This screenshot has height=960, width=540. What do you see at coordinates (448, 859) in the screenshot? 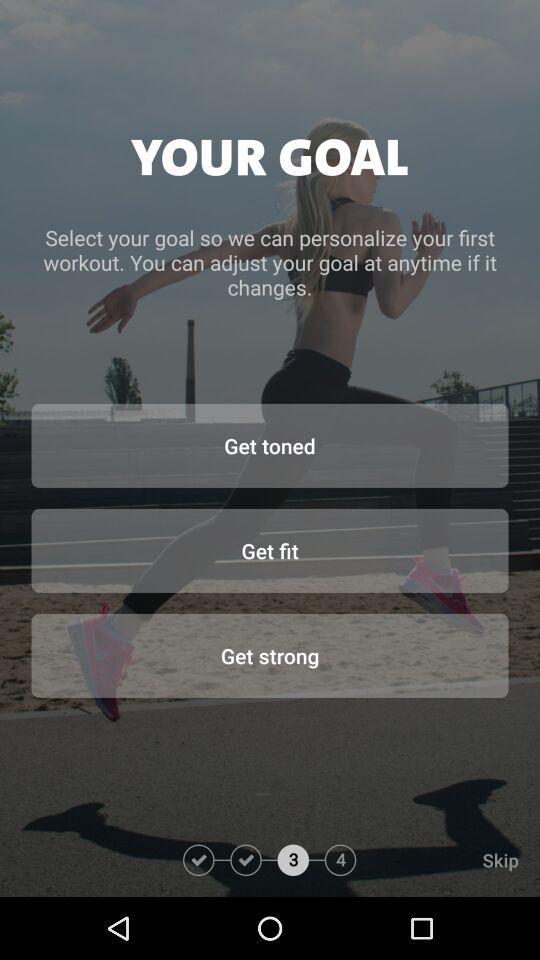
I see `the skip` at bounding box center [448, 859].